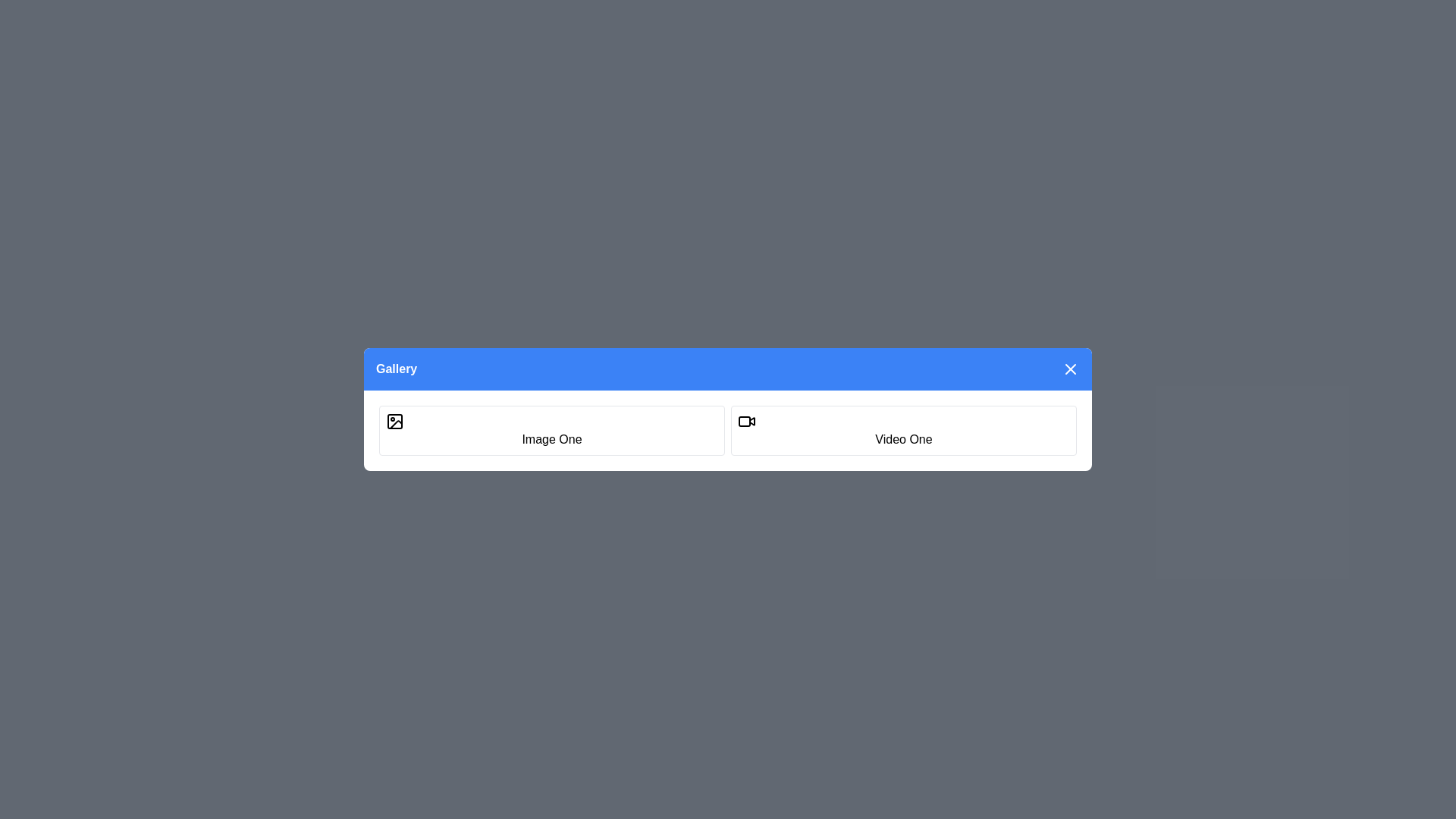 Image resolution: width=1456 pixels, height=819 pixels. Describe the element at coordinates (551, 430) in the screenshot. I see `the button representing an image or gallery-related feature, located in the left section of a horizontally arranged group, for keyboard navigation` at that location.